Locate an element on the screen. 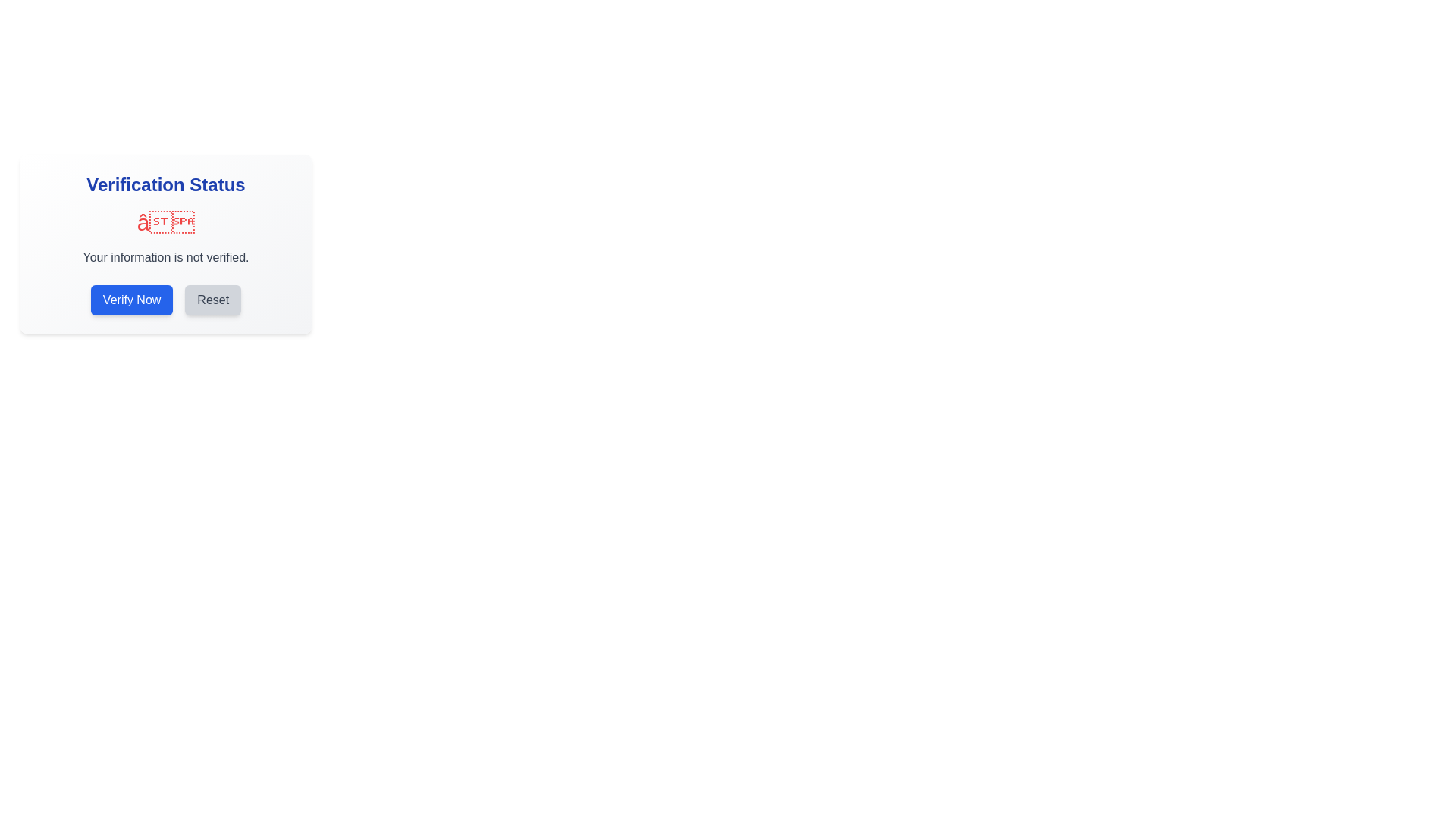 This screenshot has width=1456, height=819. the notification message box indicating that the information verification process has not been completed, located below the 'Verification Status' header and above the 'Verify Now' and 'Reset' buttons is located at coordinates (166, 237).